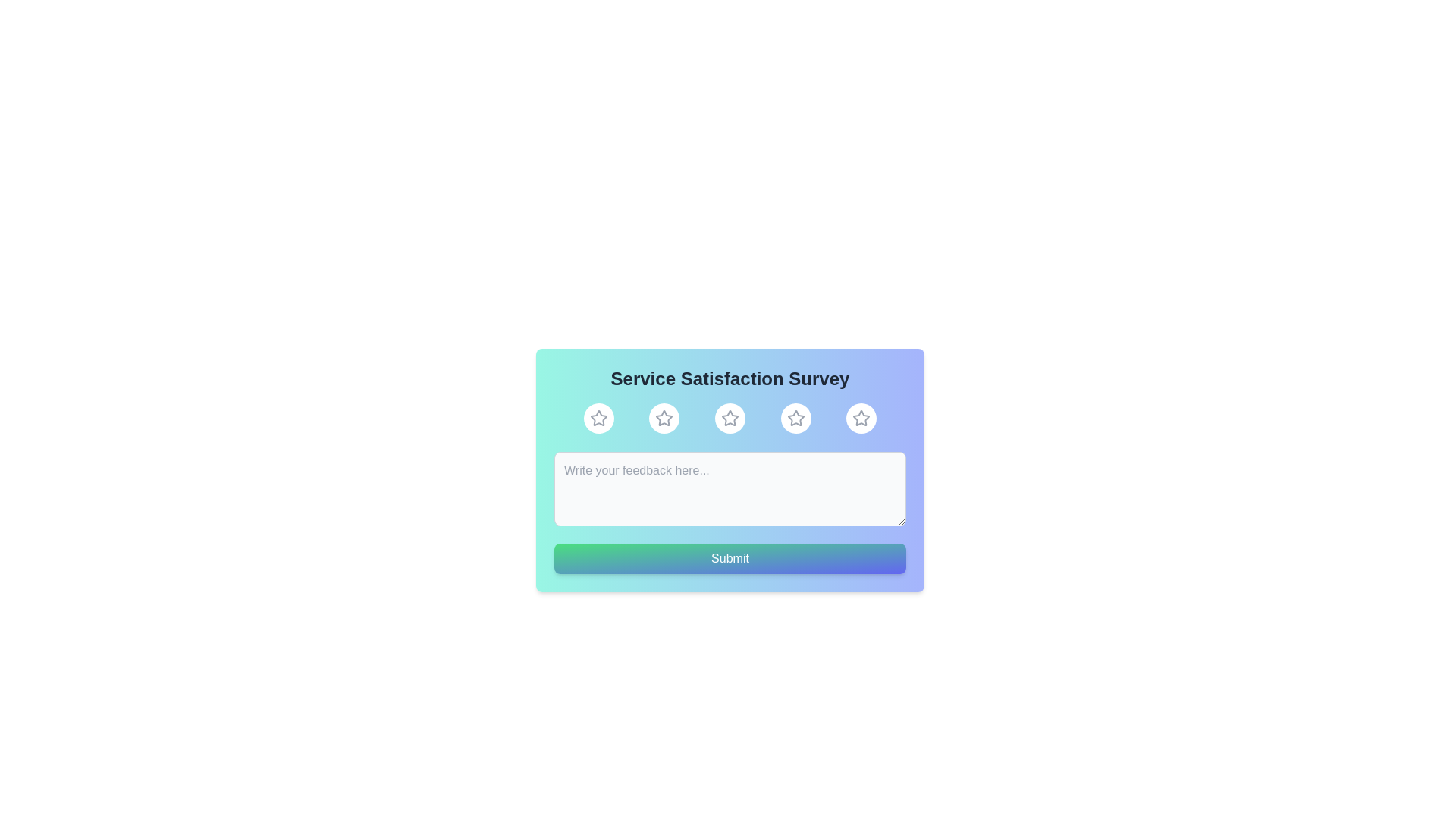  What do you see at coordinates (730, 488) in the screenshot?
I see `the text area and type the feedback text` at bounding box center [730, 488].